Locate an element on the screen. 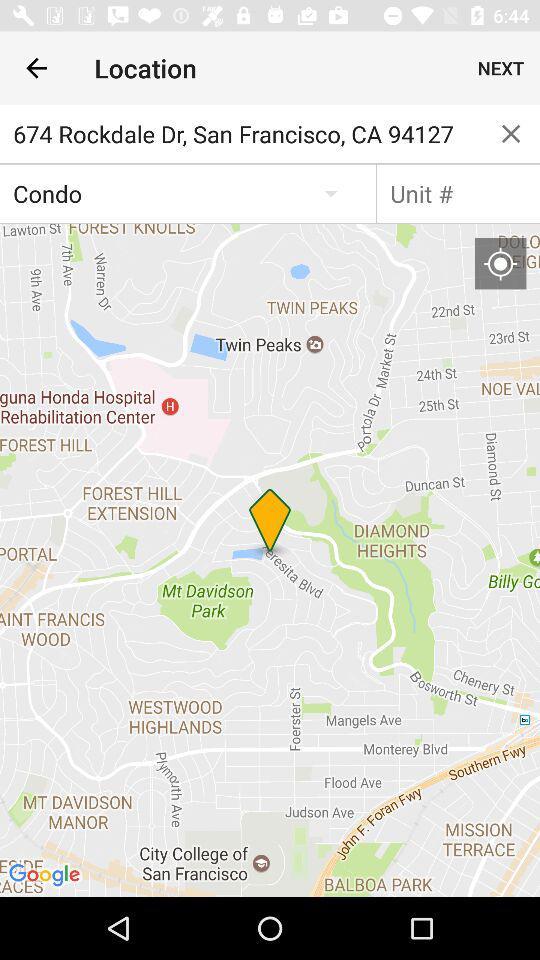 The image size is (540, 960). the close icon is located at coordinates (511, 132).